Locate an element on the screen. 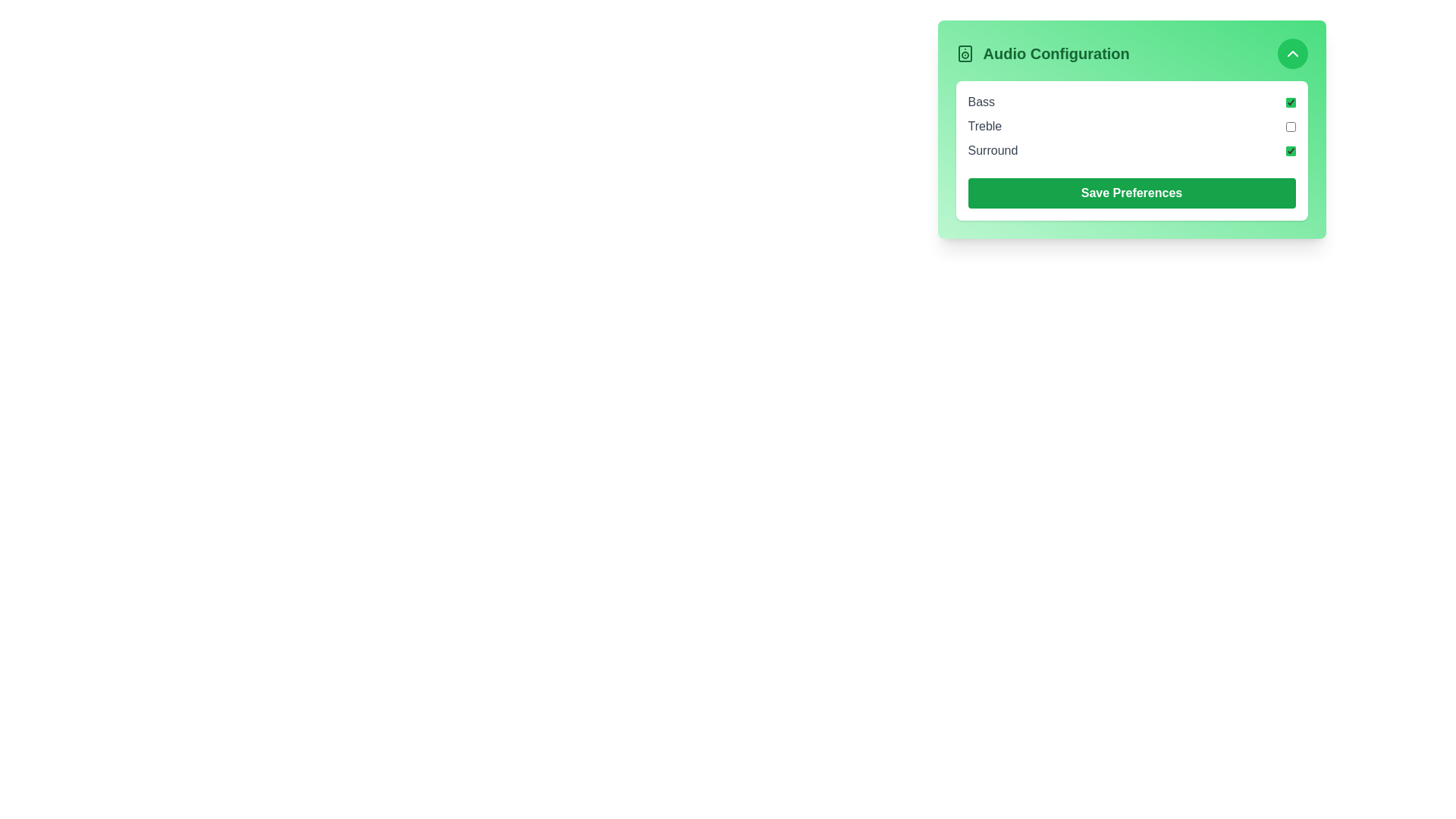  the checkbox labeled 'Treble' in the 'Audio Configuration' section is located at coordinates (1131, 125).